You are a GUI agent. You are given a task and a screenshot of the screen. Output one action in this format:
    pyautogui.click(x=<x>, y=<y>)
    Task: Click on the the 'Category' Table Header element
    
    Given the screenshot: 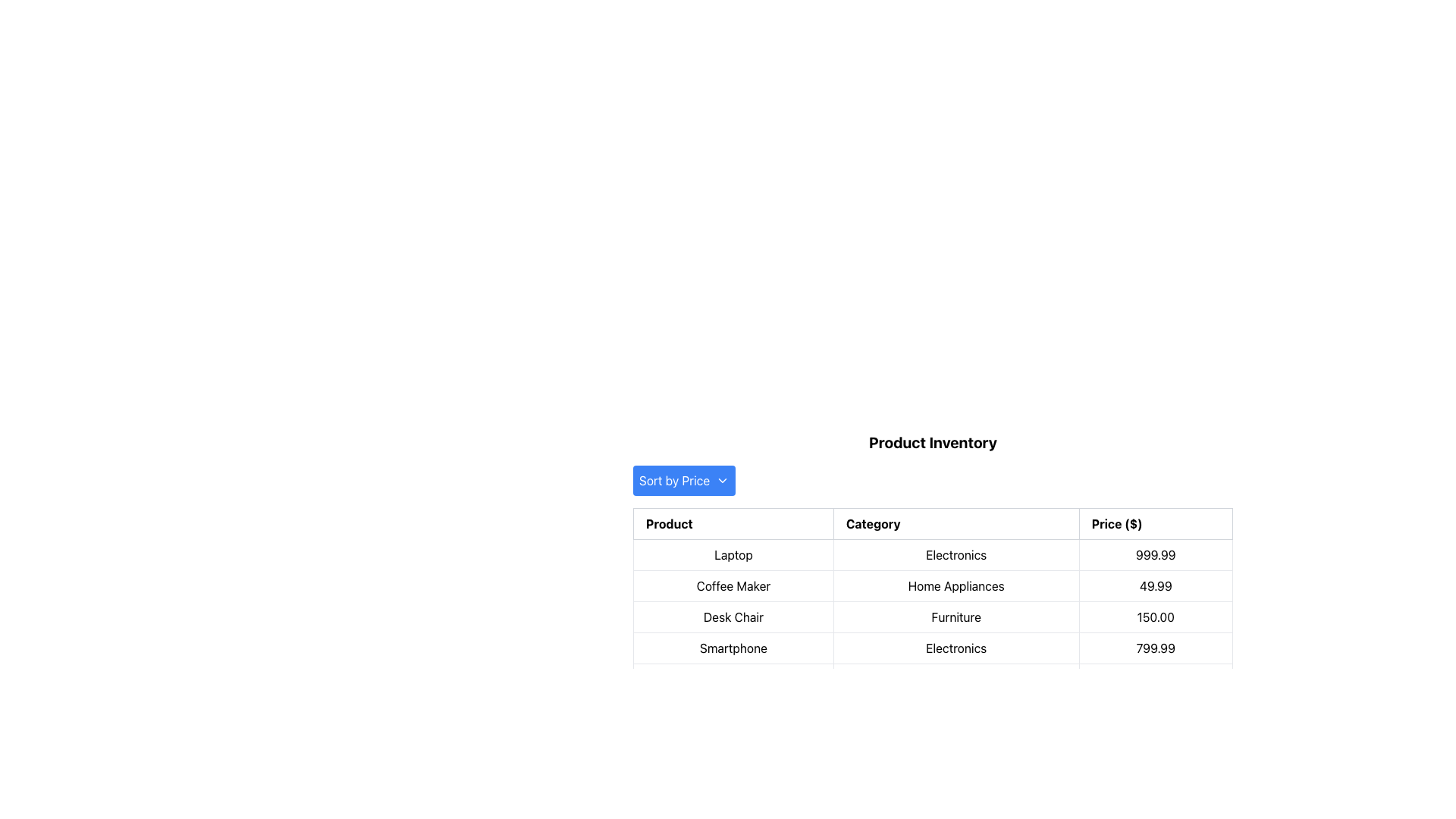 What is the action you would take?
    pyautogui.click(x=955, y=522)
    